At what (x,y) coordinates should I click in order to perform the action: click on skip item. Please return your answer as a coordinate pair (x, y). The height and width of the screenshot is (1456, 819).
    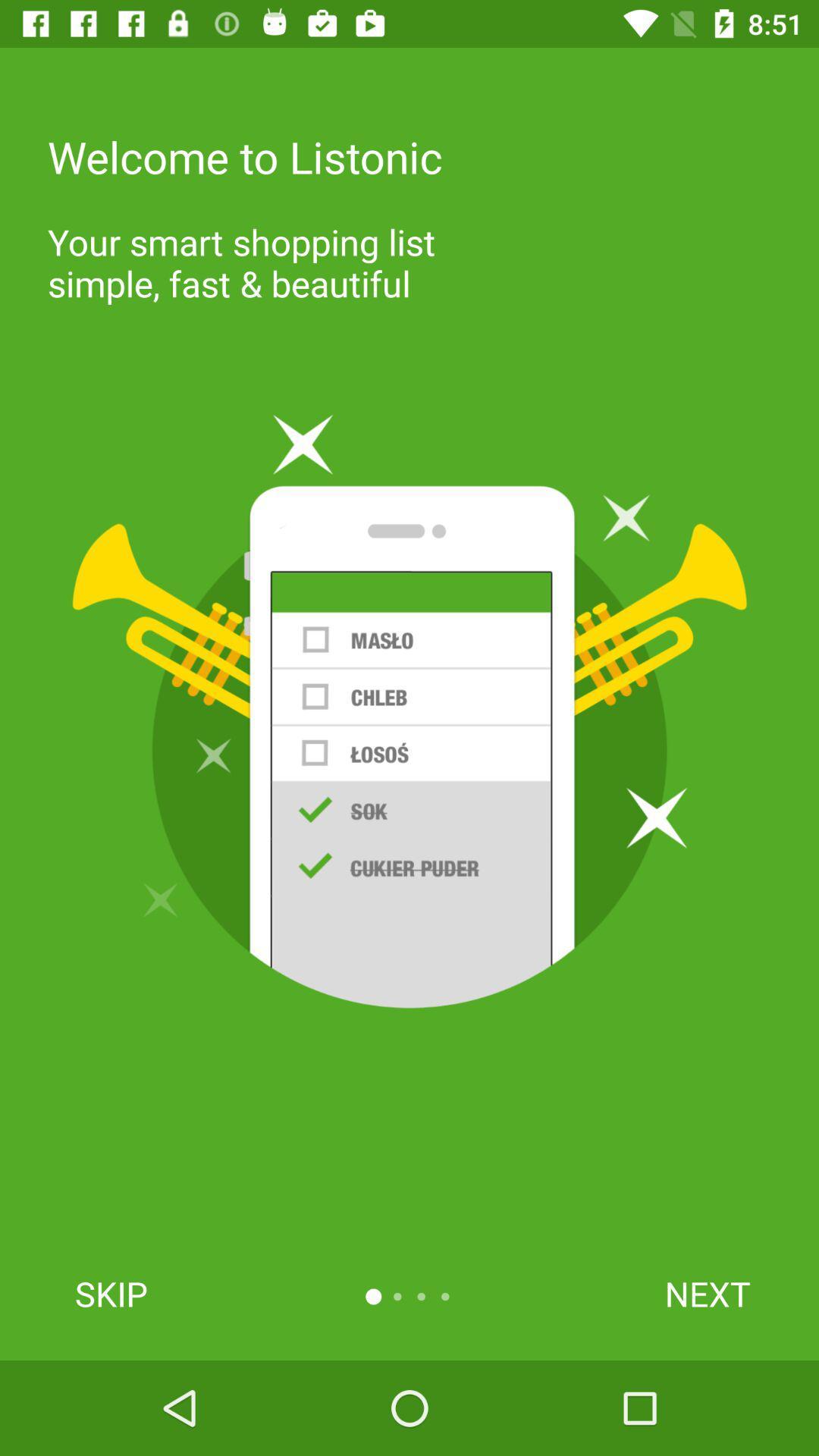
    Looking at the image, I should click on (110, 1293).